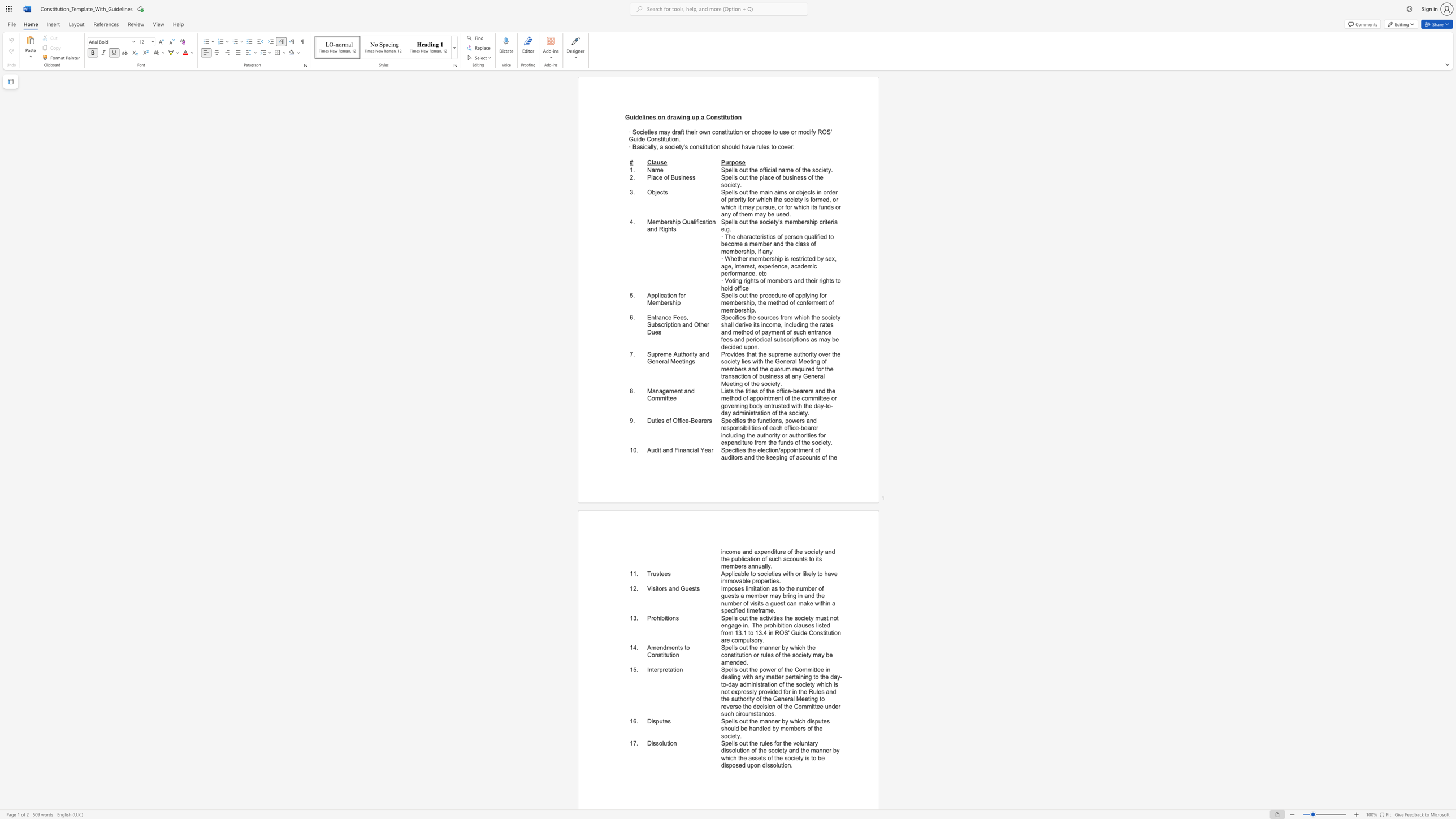 The width and height of the screenshot is (1456, 819). Describe the element at coordinates (730, 406) in the screenshot. I see `the subset text "erning body entrusted with the day-to-day administrat" within the text "Lists the titles of the office-bearers and the method of appointment of the committee or governing body entrusted with the day-to-day administration of the society."` at that location.